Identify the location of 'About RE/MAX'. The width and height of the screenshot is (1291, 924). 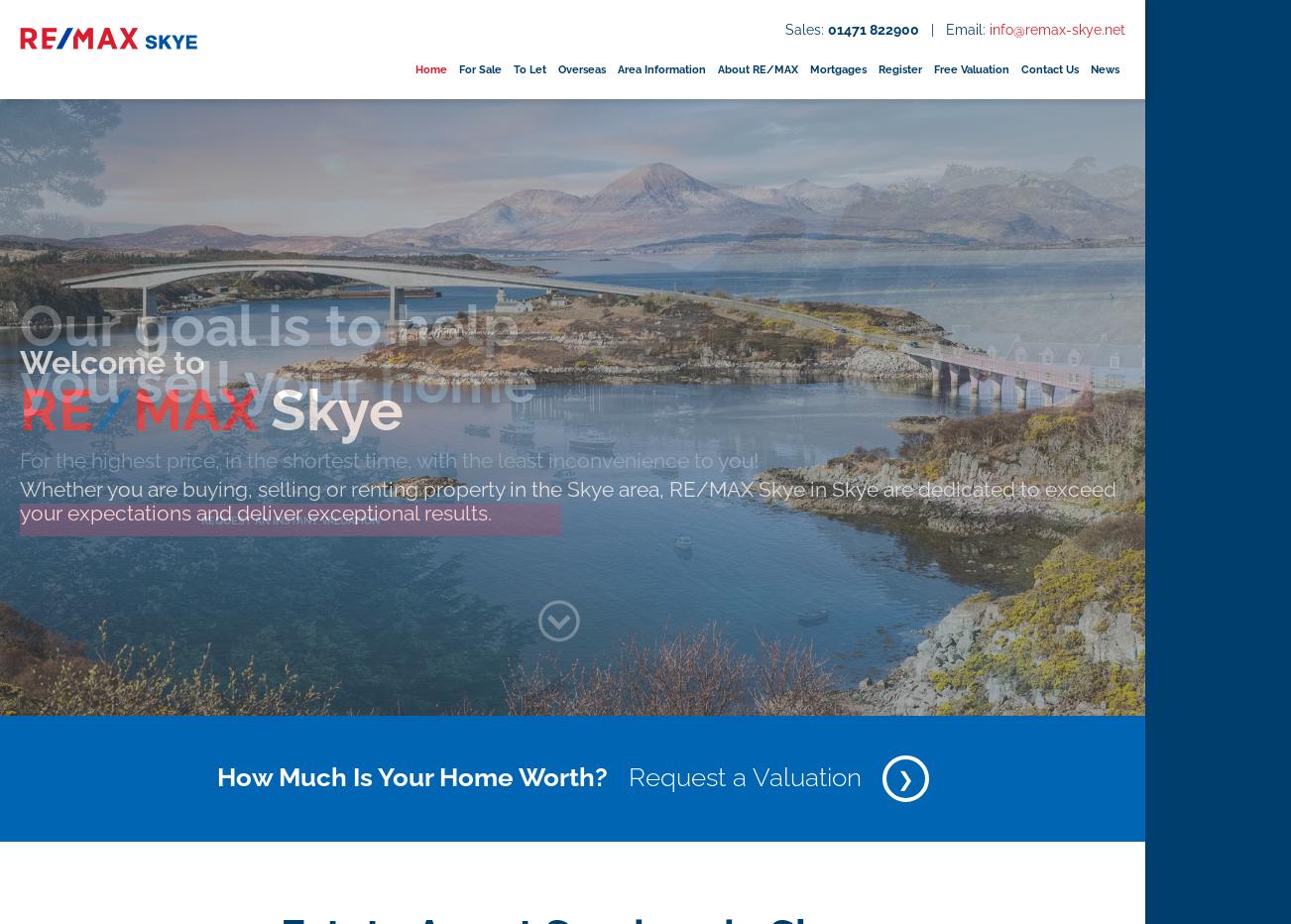
(756, 68).